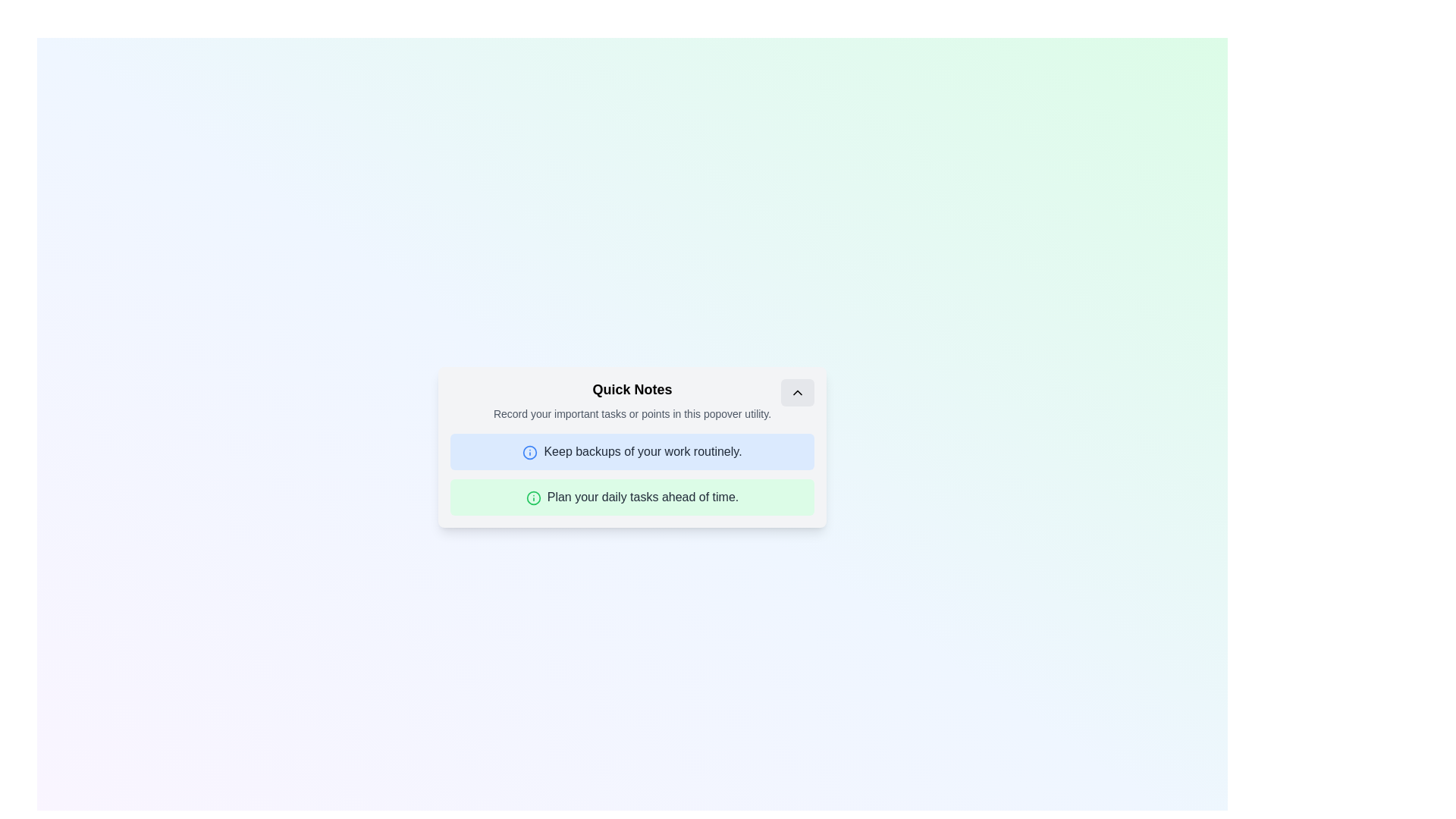 The width and height of the screenshot is (1456, 819). I want to click on the icon button located at the top-right corner of the 'Quick Notes' pop-up, so click(796, 391).